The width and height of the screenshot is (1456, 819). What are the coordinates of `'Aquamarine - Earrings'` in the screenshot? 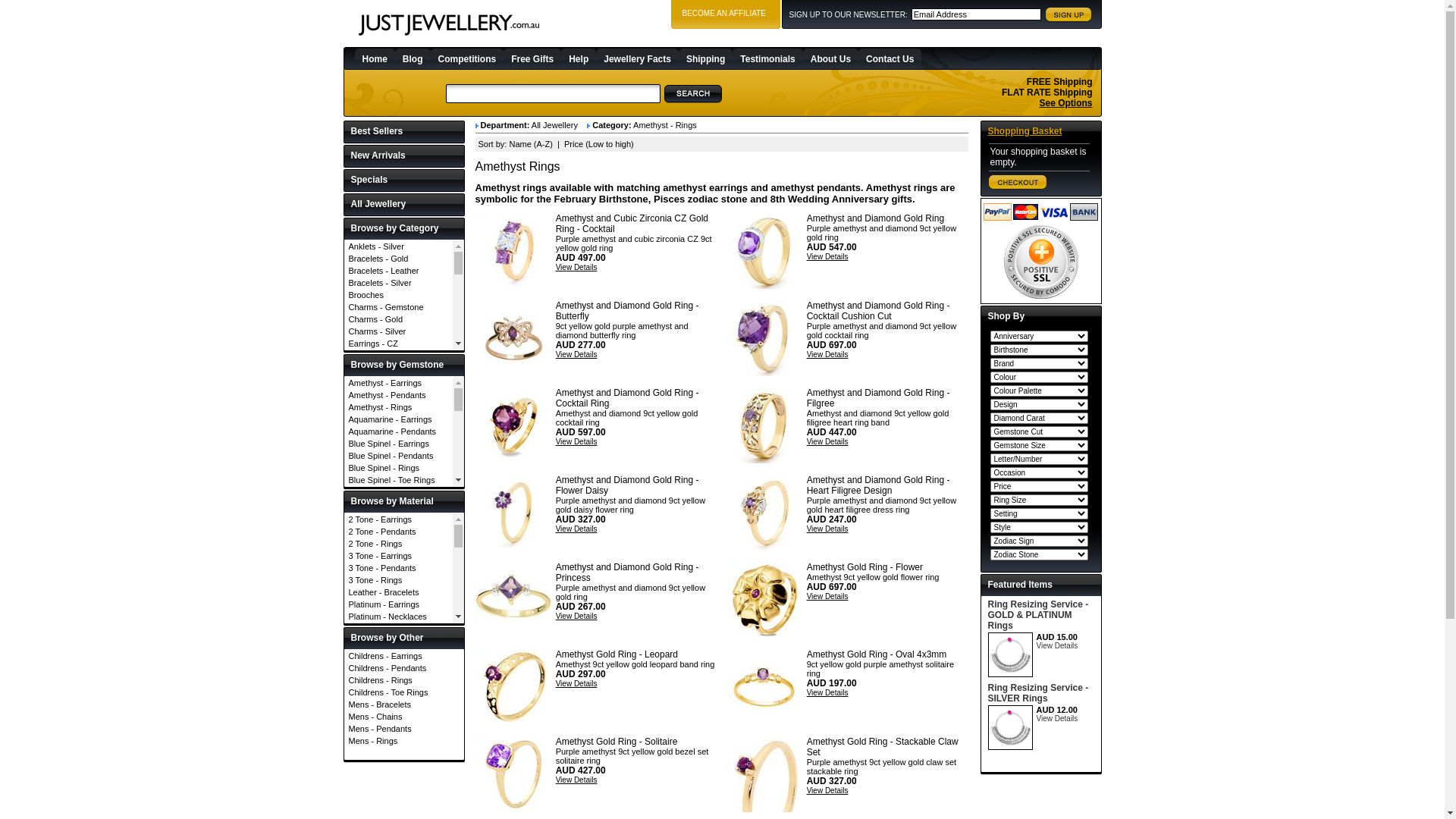 It's located at (344, 419).